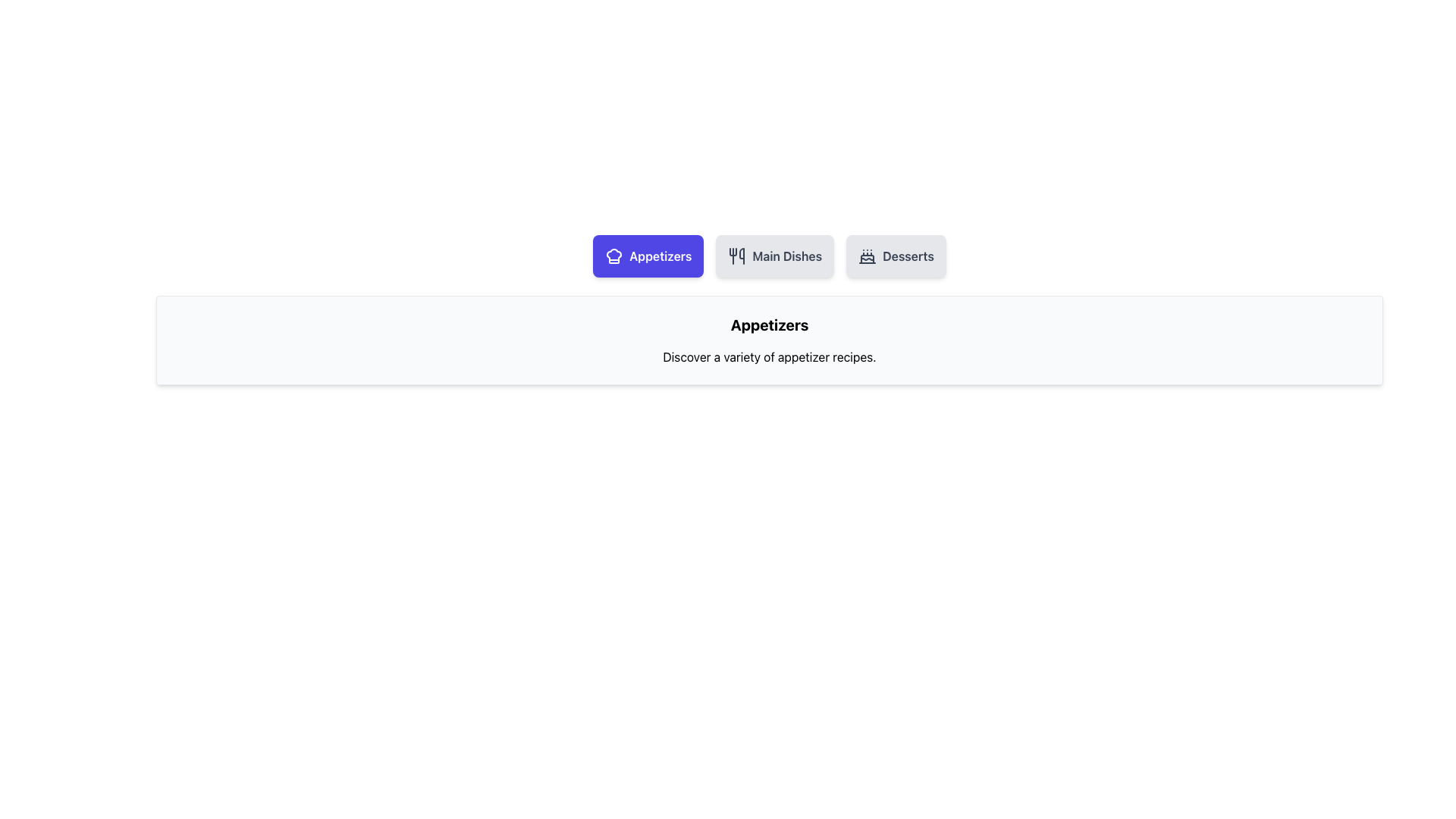 The height and width of the screenshot is (819, 1456). I want to click on the navigation button that switches to 'Main Dishes' content, located between 'Appetizers' and 'Desserts', so click(775, 256).